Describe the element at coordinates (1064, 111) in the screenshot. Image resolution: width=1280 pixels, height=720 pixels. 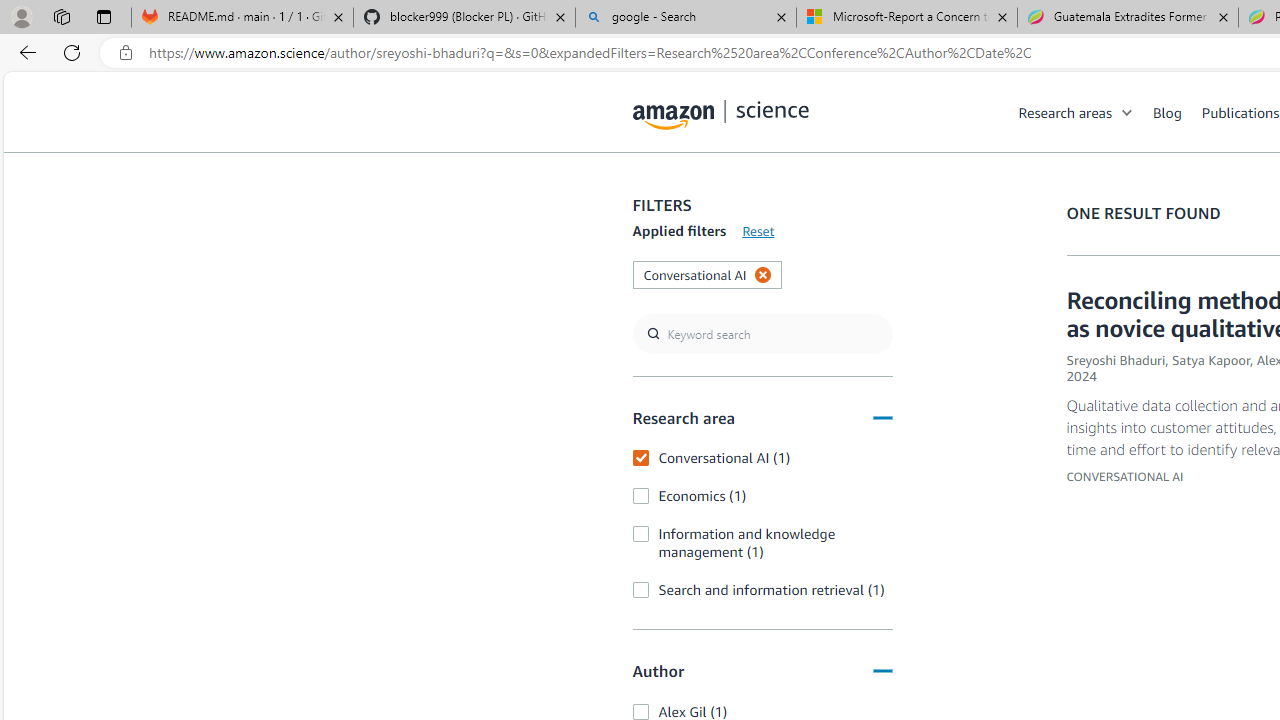
I see `'Research areas'` at that location.